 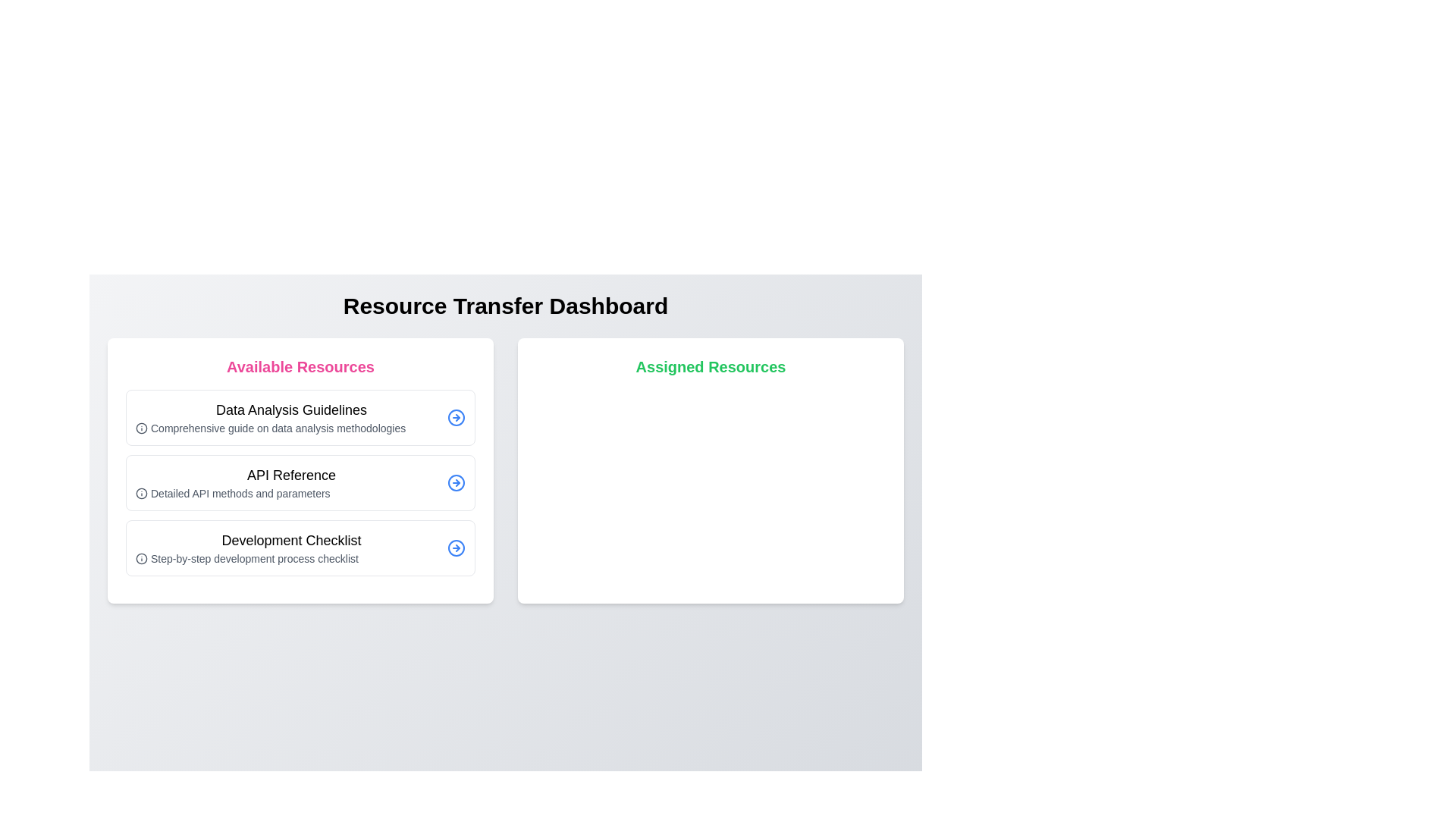 I want to click on the Information card located in the second box of the 'Available Resources' column of the Resource Transfer Dashboard, so click(x=291, y=482).